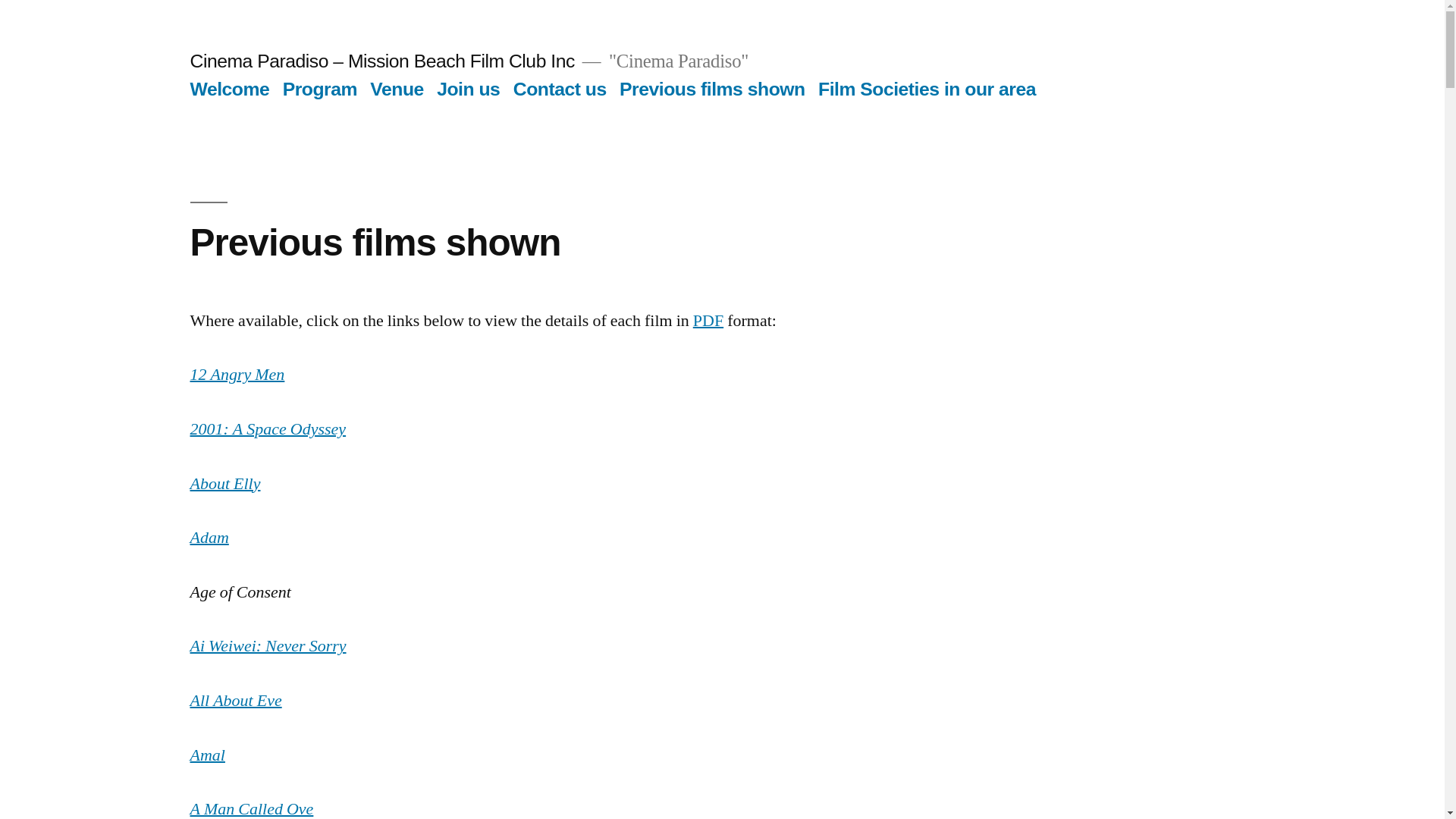 The image size is (1456, 819). I want to click on 'Amal', so click(206, 755).